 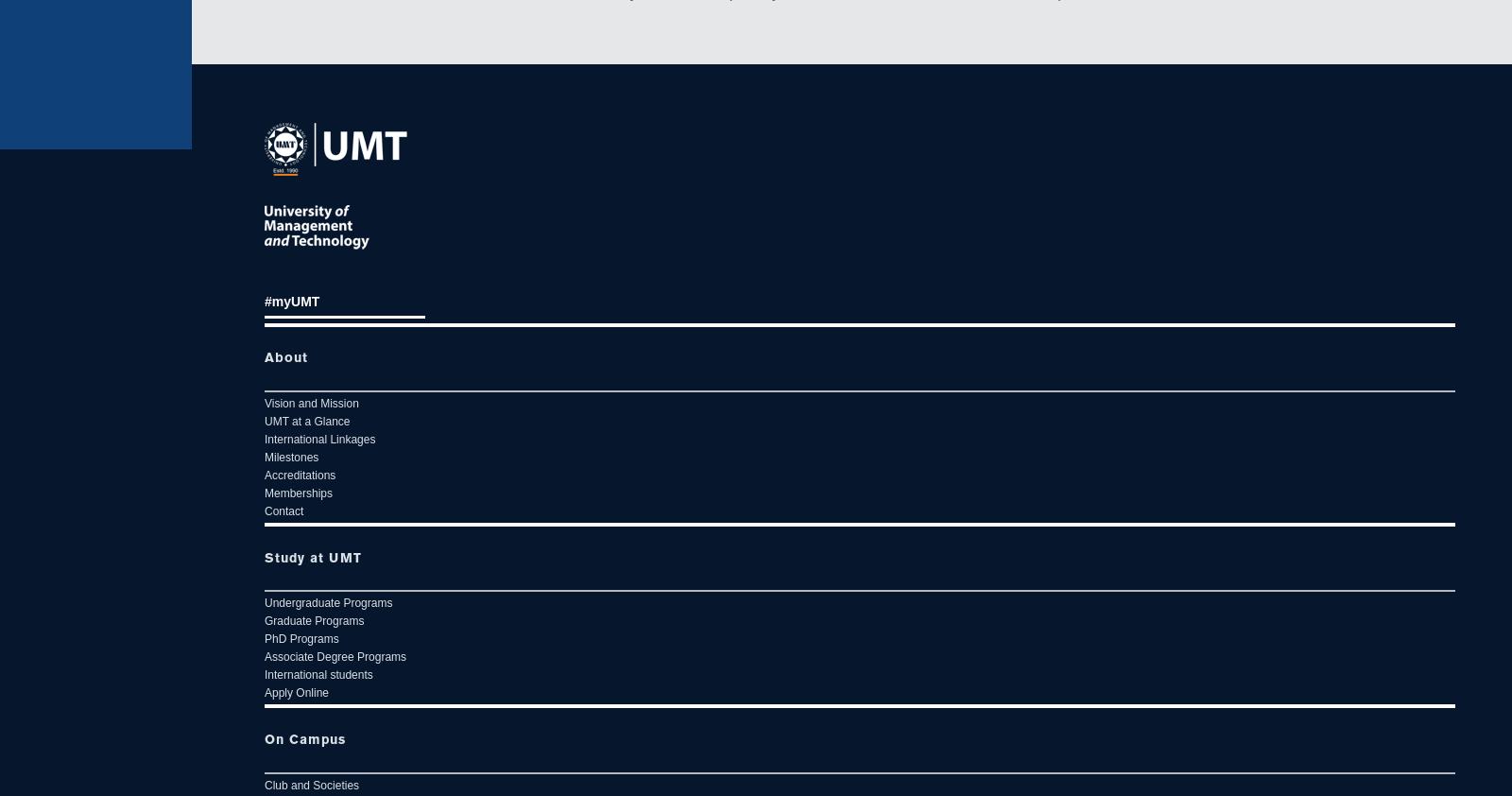 I want to click on 'Associate Degree Programs', so click(x=335, y=656).